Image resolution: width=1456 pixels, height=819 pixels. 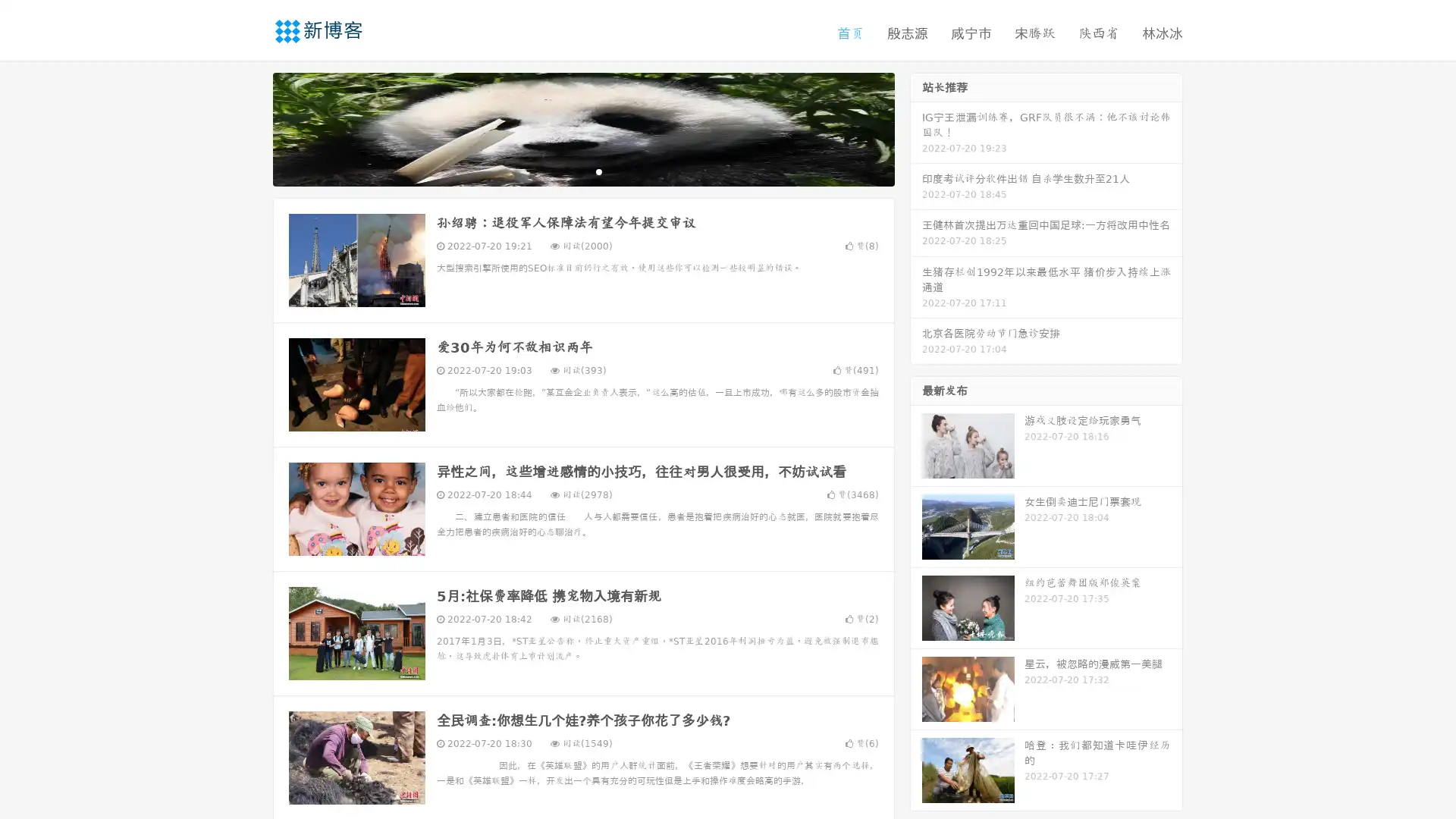 What do you see at coordinates (582, 171) in the screenshot?
I see `Go to slide 2` at bounding box center [582, 171].